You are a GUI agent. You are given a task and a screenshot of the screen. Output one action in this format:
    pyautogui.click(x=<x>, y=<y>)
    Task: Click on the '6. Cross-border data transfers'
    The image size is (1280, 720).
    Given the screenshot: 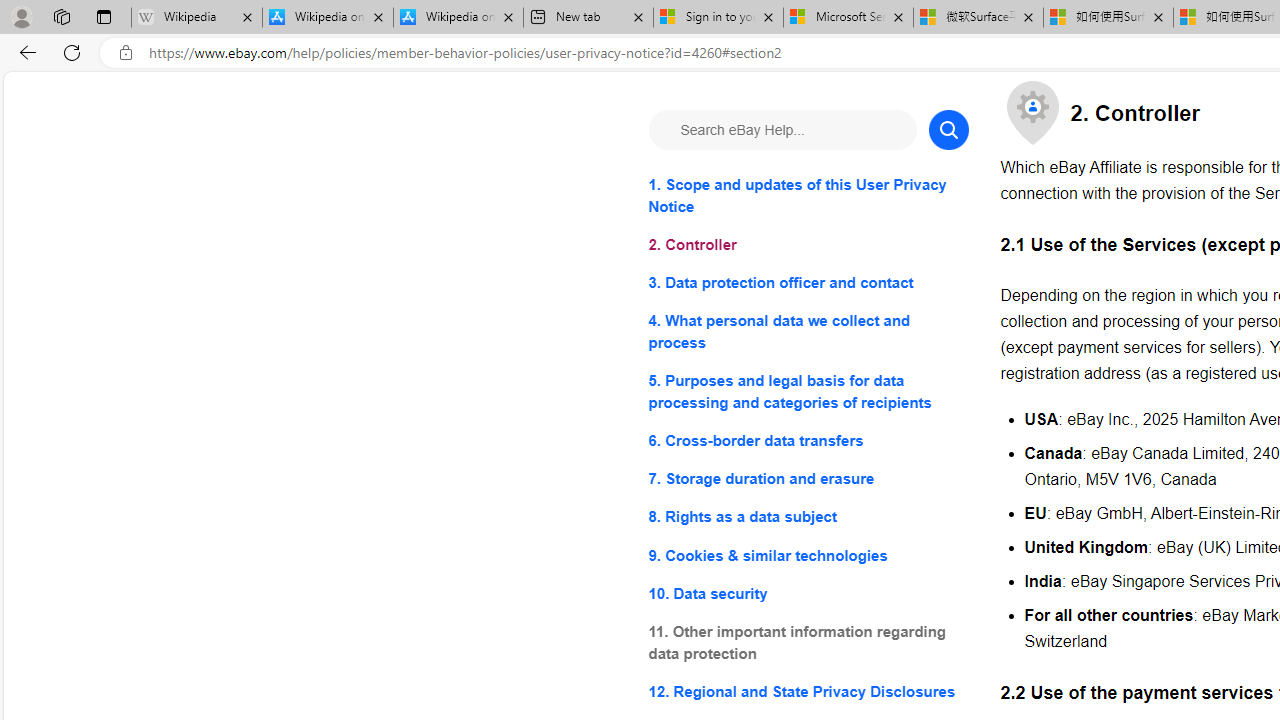 What is the action you would take?
    pyautogui.click(x=808, y=440)
    